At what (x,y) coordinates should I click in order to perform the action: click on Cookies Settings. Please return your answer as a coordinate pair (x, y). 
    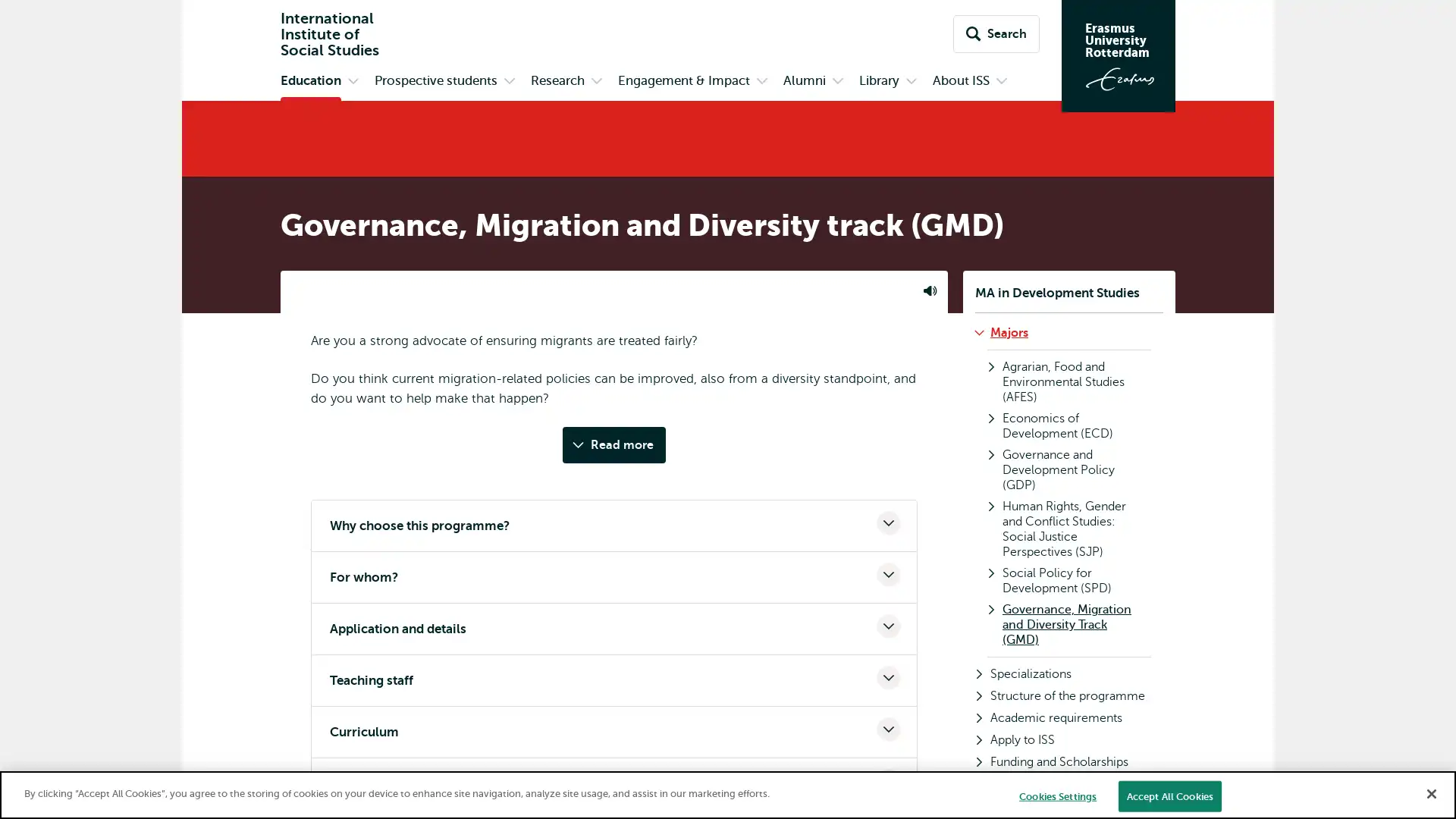
    Looking at the image, I should click on (1056, 795).